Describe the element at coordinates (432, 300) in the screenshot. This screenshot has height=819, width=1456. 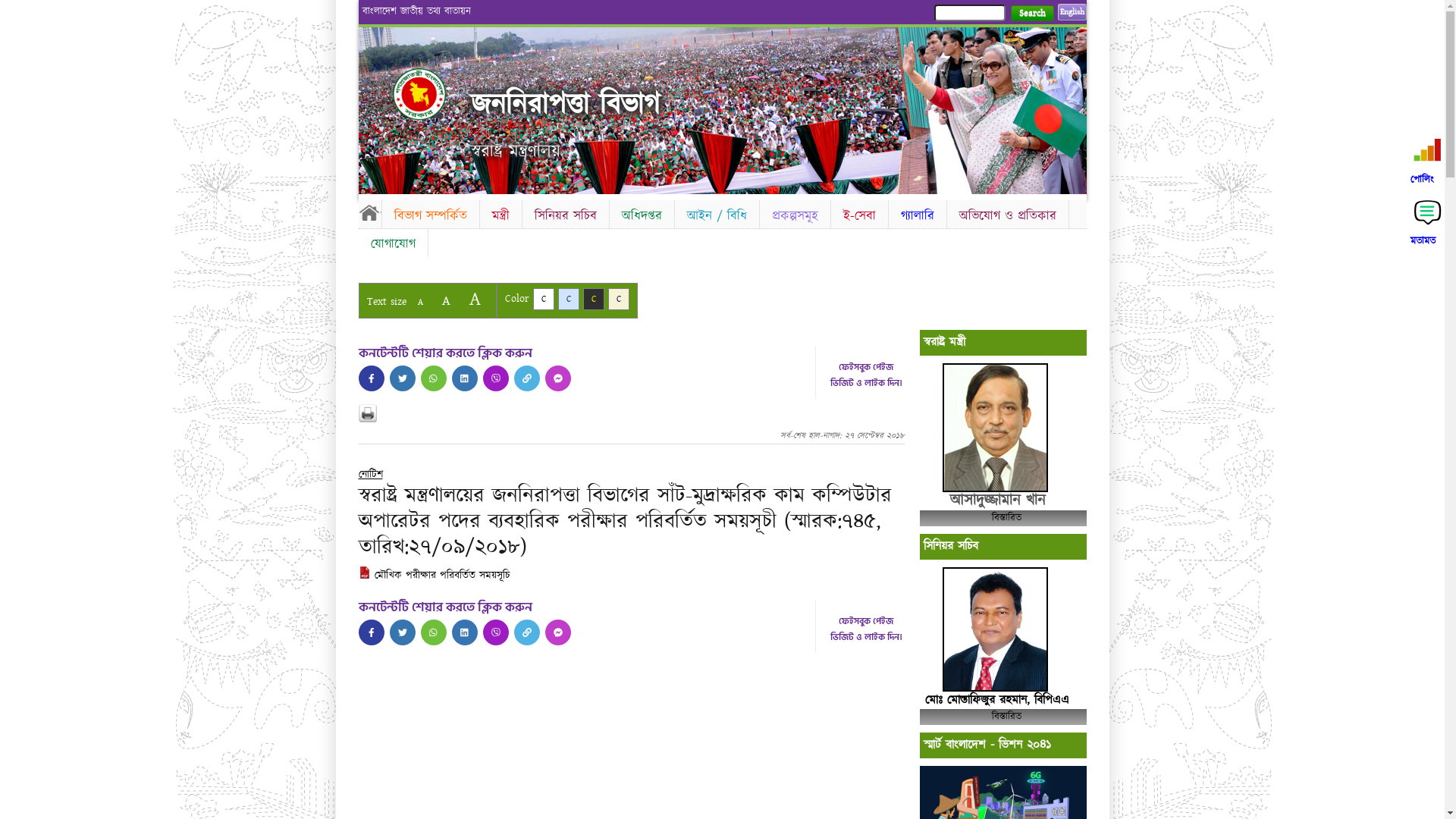
I see `'A'` at that location.